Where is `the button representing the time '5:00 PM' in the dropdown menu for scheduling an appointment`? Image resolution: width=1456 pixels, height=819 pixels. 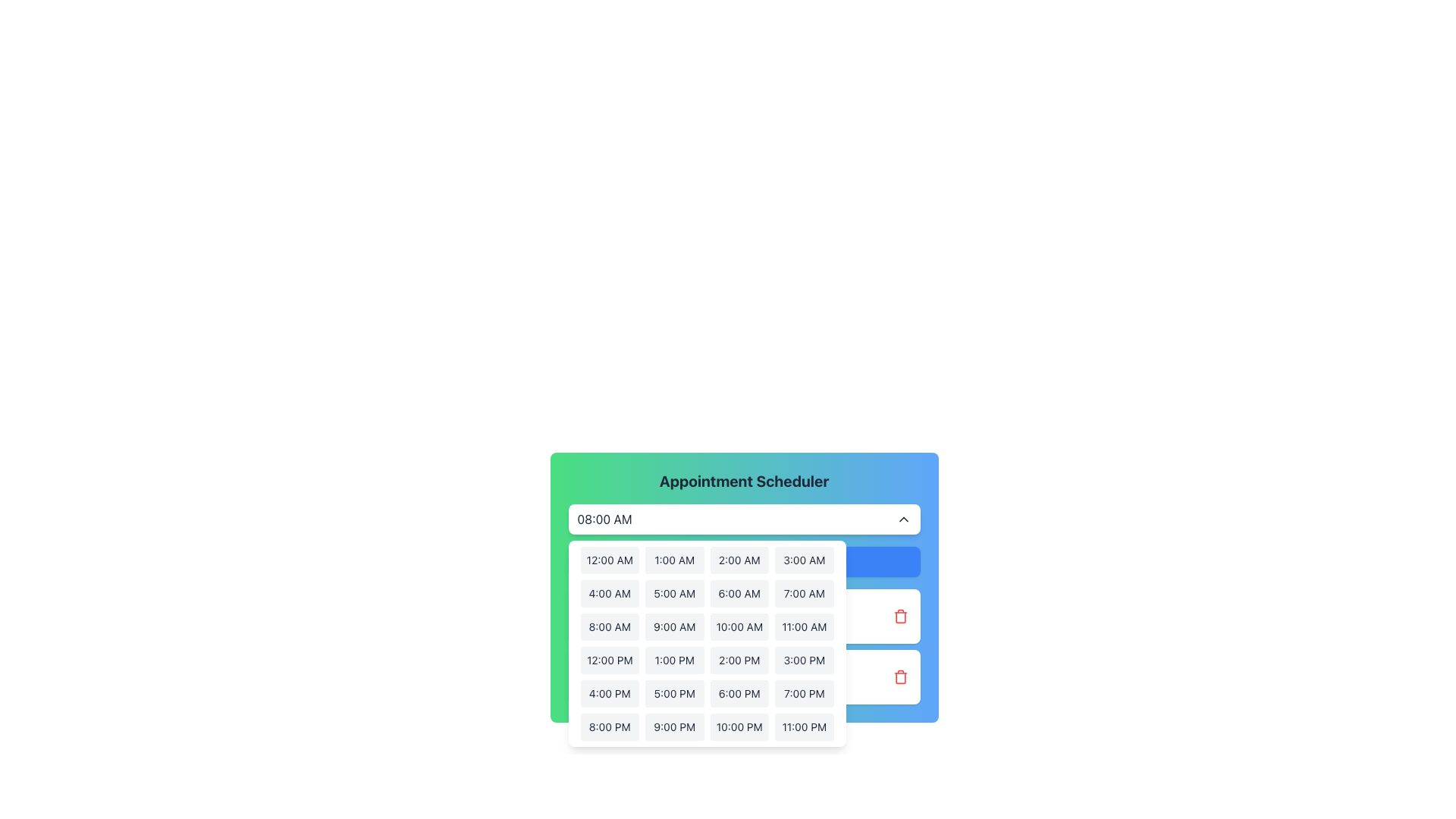 the button representing the time '5:00 PM' in the dropdown menu for scheduling an appointment is located at coordinates (673, 693).